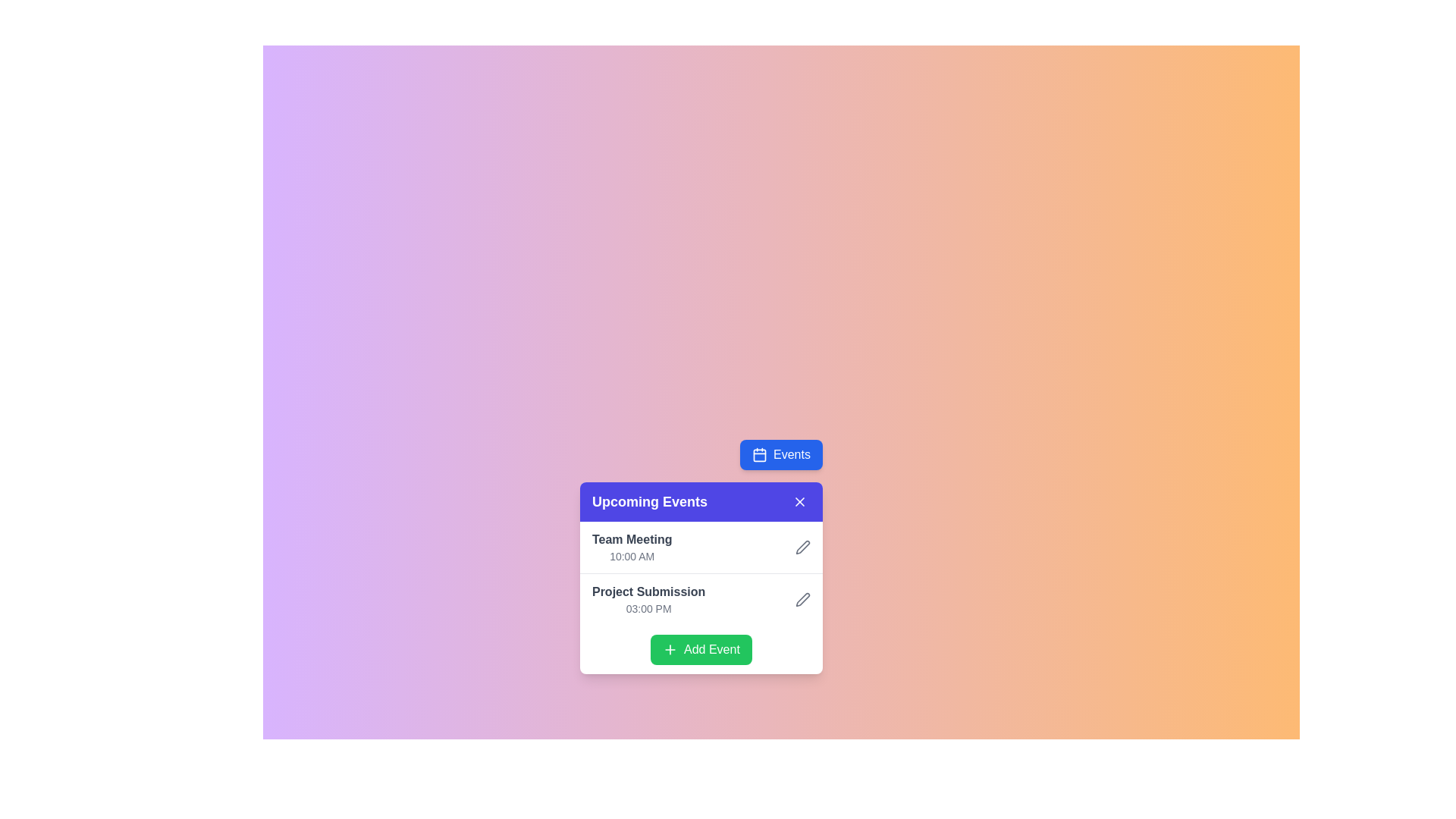 The image size is (1456, 819). What do you see at coordinates (700, 502) in the screenshot?
I see `section title 'Upcoming Events' from the header bar with a purple background and white text, which includes a close button on the right` at bounding box center [700, 502].